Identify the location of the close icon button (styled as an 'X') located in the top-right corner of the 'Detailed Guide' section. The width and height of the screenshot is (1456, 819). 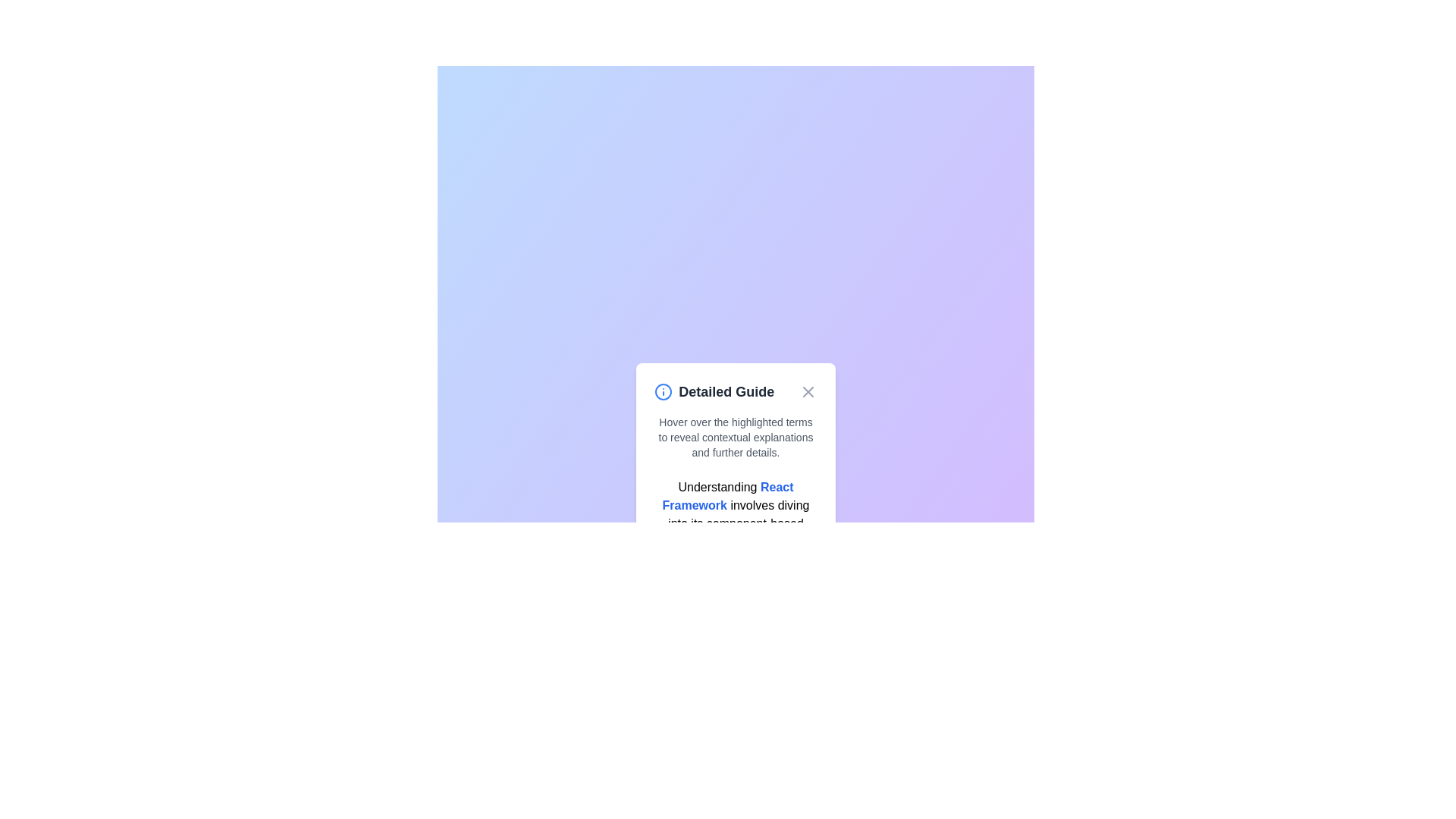
(807, 391).